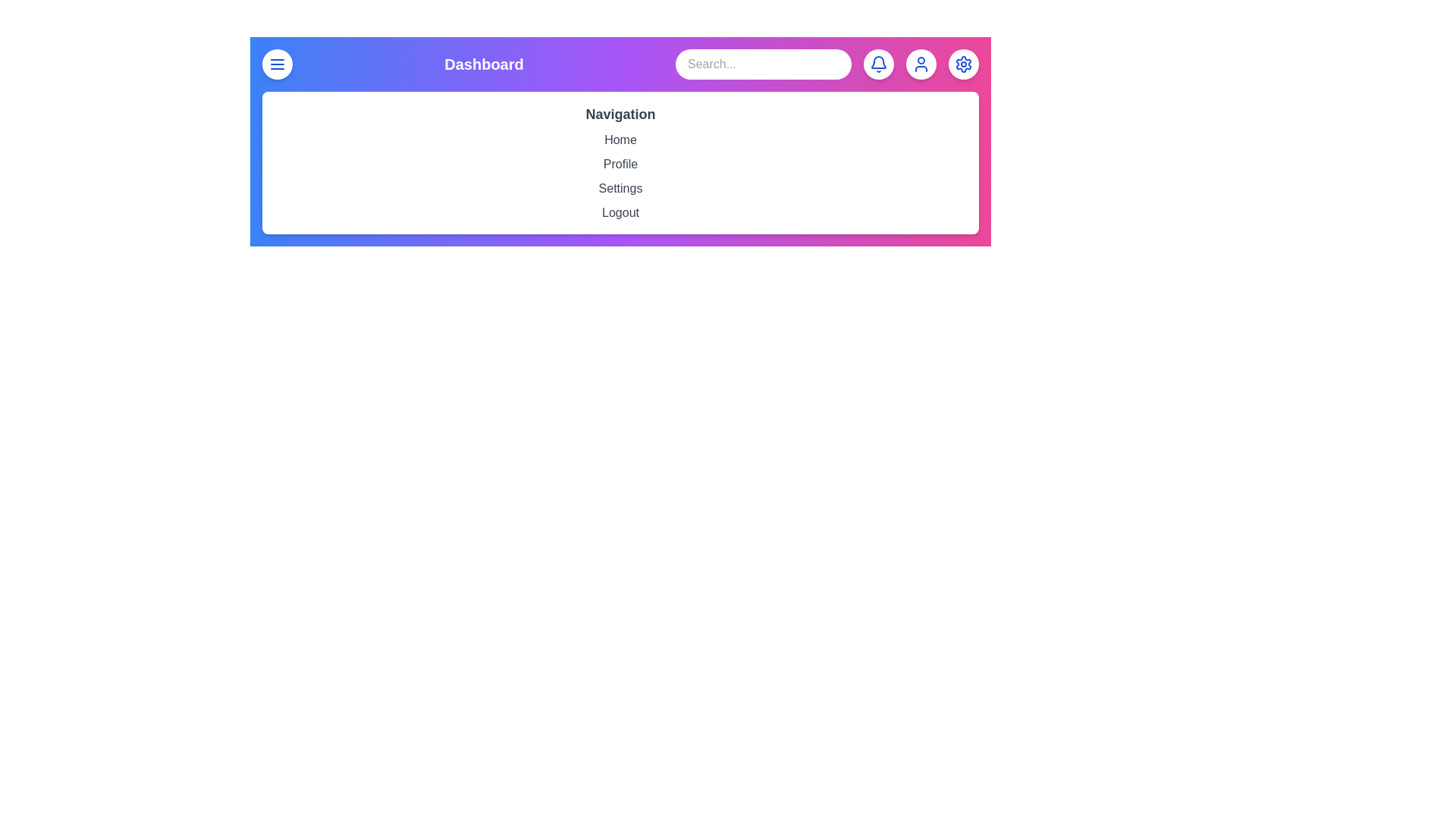 Image resolution: width=1456 pixels, height=819 pixels. Describe the element at coordinates (620, 213) in the screenshot. I see `the Logout navigation menu item` at that location.